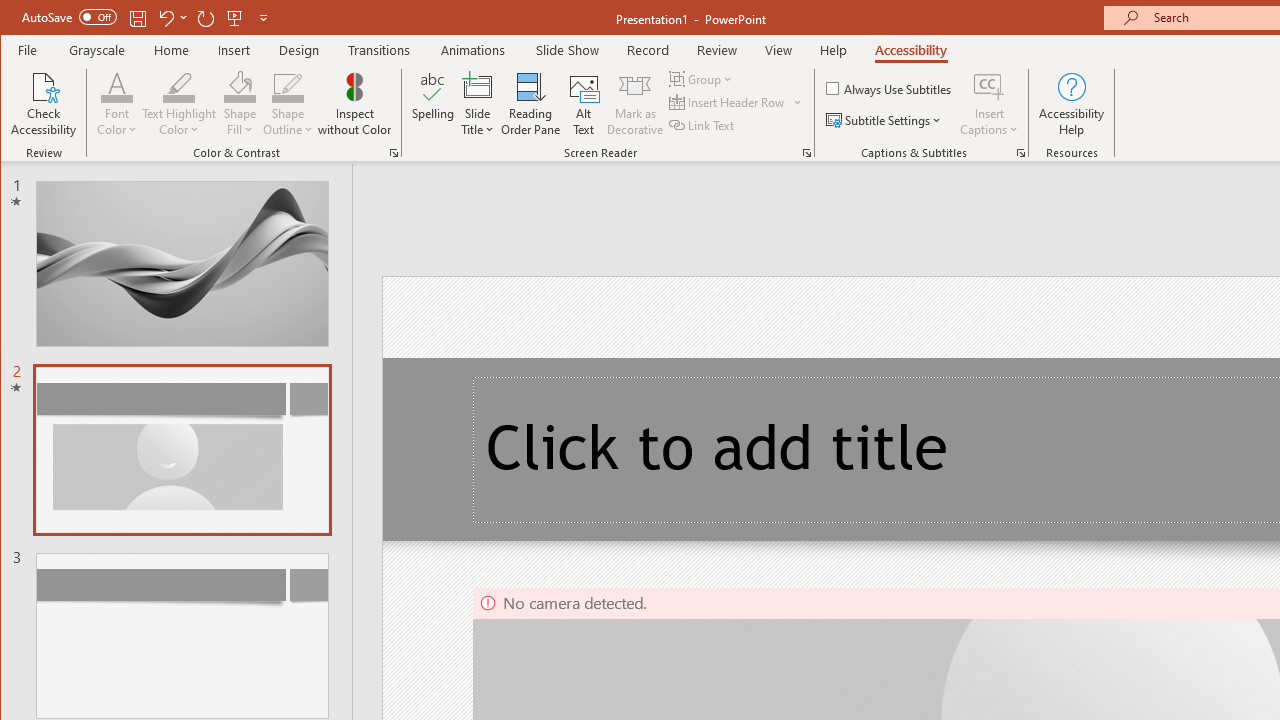 Image resolution: width=1280 pixels, height=720 pixels. I want to click on 'Save', so click(137, 17).